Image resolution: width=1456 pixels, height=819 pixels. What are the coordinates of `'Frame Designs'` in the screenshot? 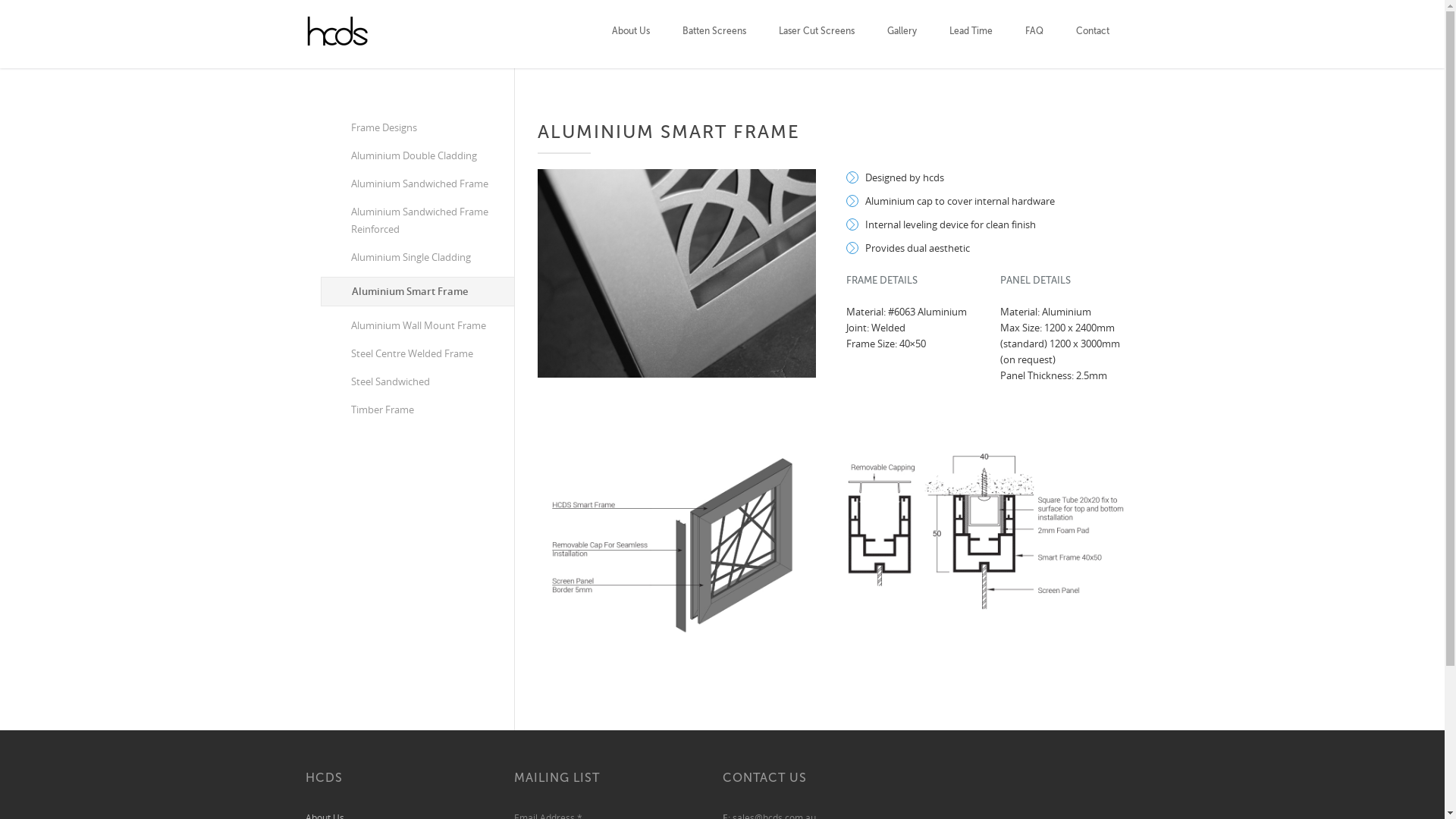 It's located at (416, 127).